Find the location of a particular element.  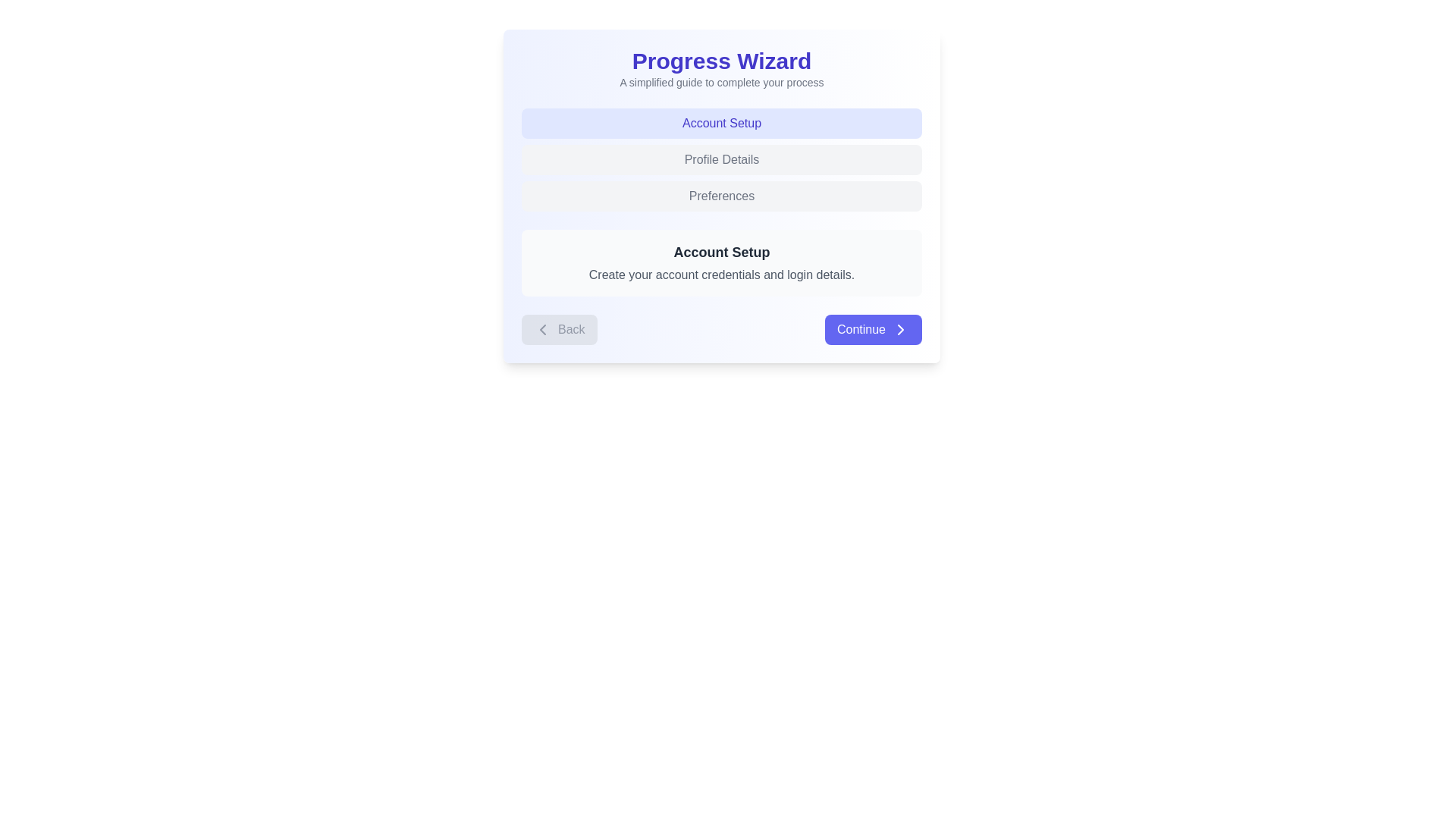

the 'Profile Details' button in the 'Progress Wizard' panel is located at coordinates (720, 160).